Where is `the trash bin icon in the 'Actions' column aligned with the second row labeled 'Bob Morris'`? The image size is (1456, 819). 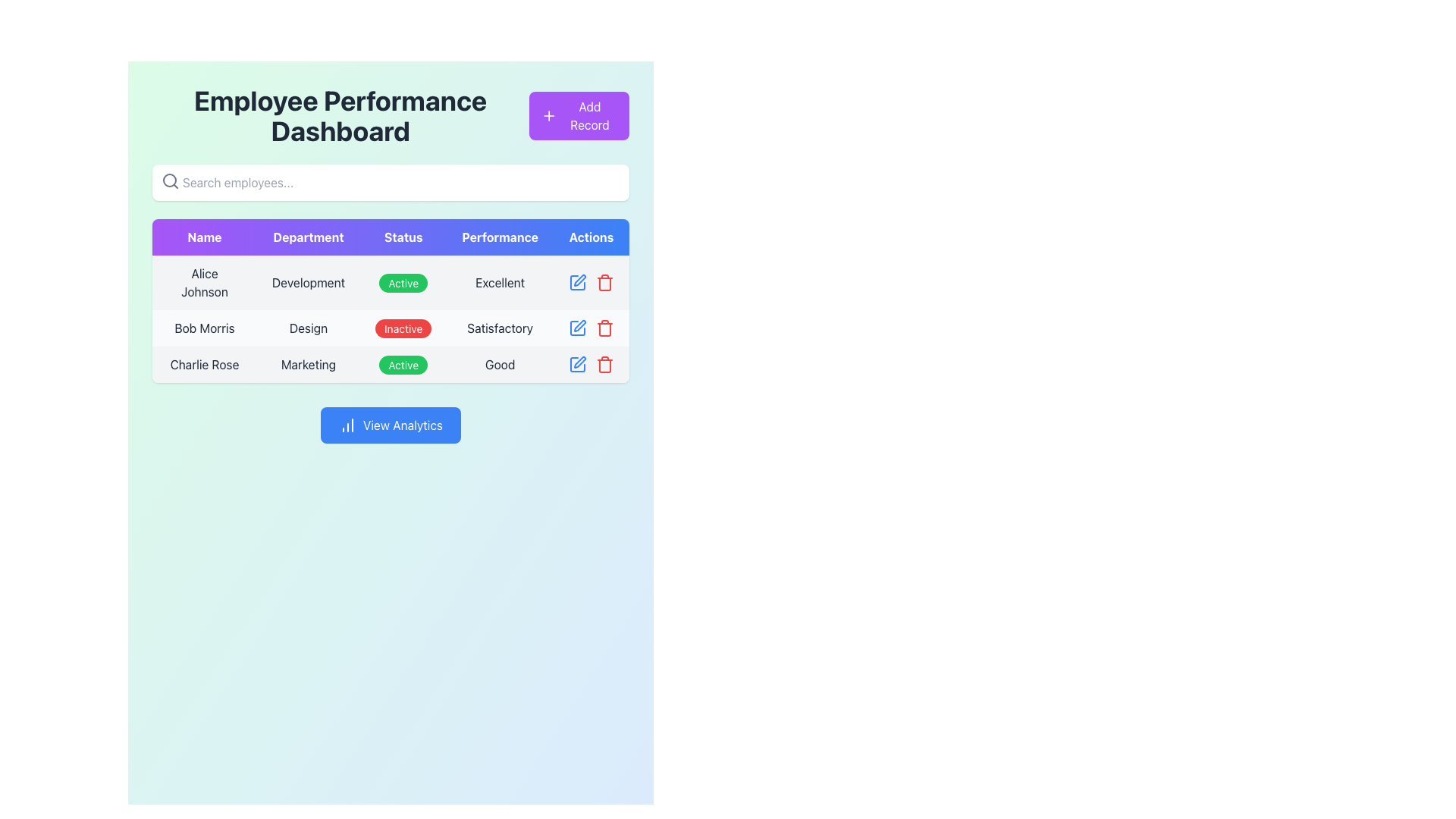
the trash bin icon in the 'Actions' column aligned with the second row labeled 'Bob Morris' is located at coordinates (604, 365).